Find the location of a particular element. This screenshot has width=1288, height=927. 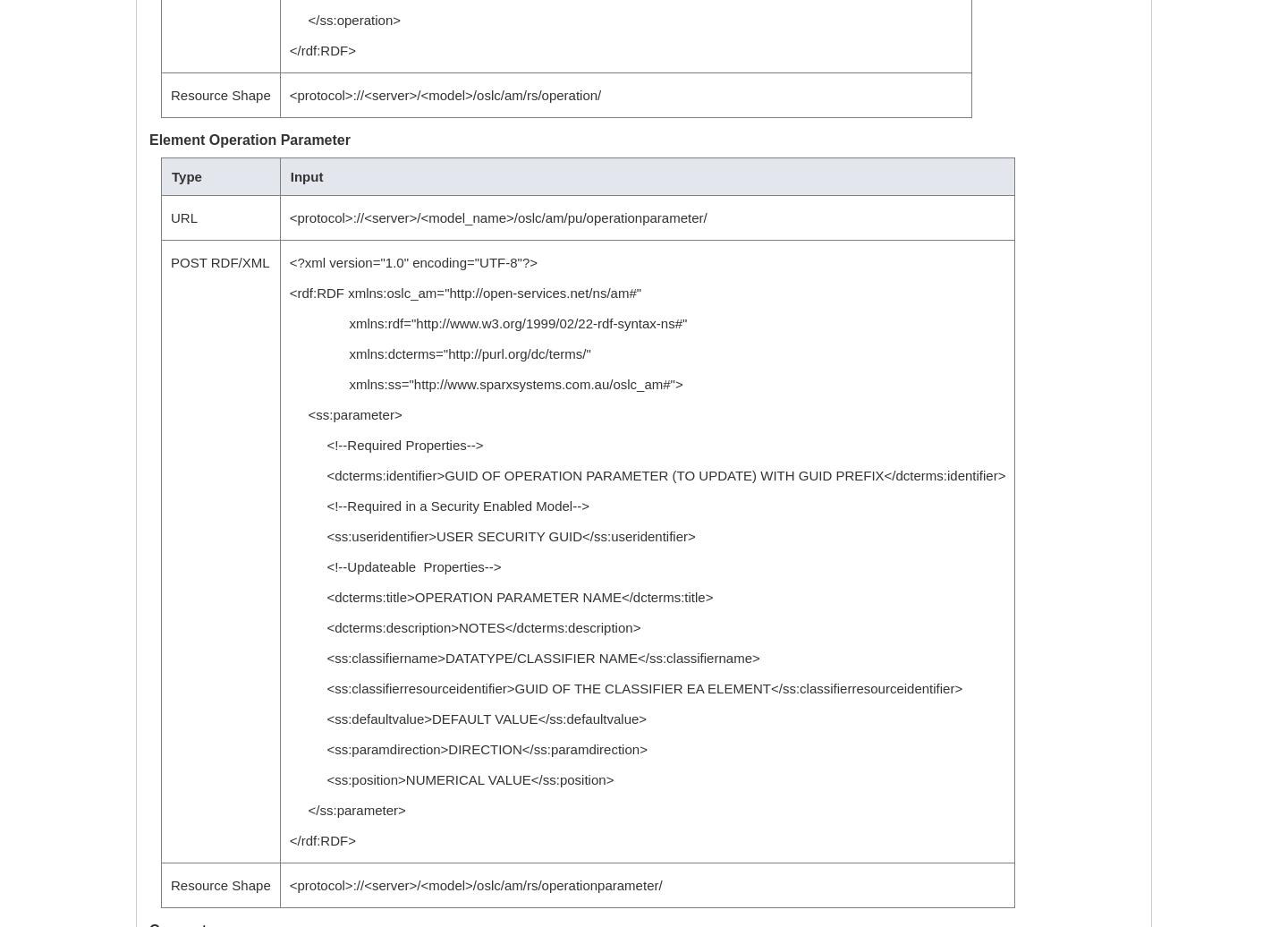

'xmlns:dcterms="http://purl.org/dc/terms/"' is located at coordinates (438, 353).